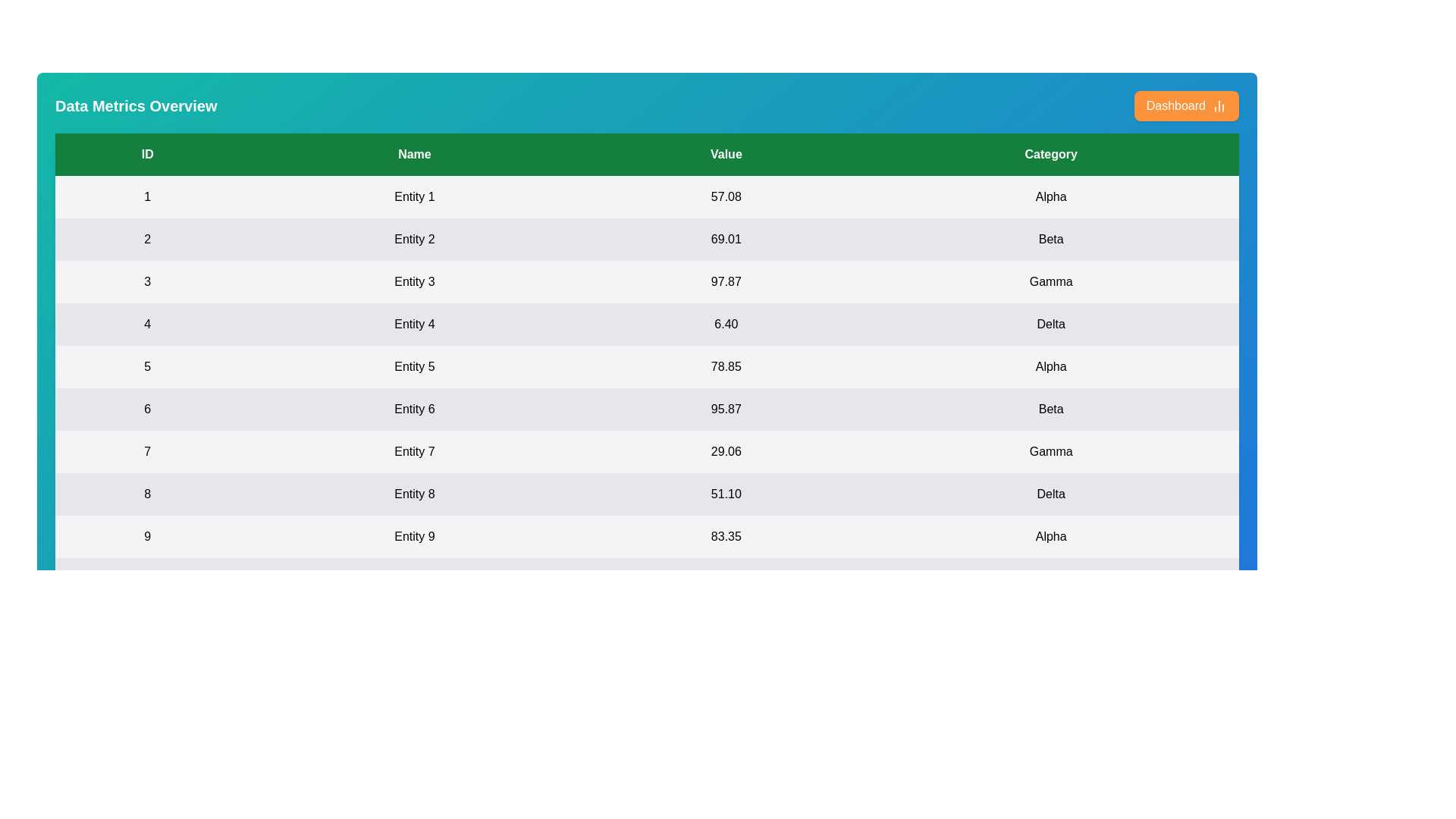 The width and height of the screenshot is (1456, 819). Describe the element at coordinates (647, 536) in the screenshot. I see `the row corresponding to 9` at that location.